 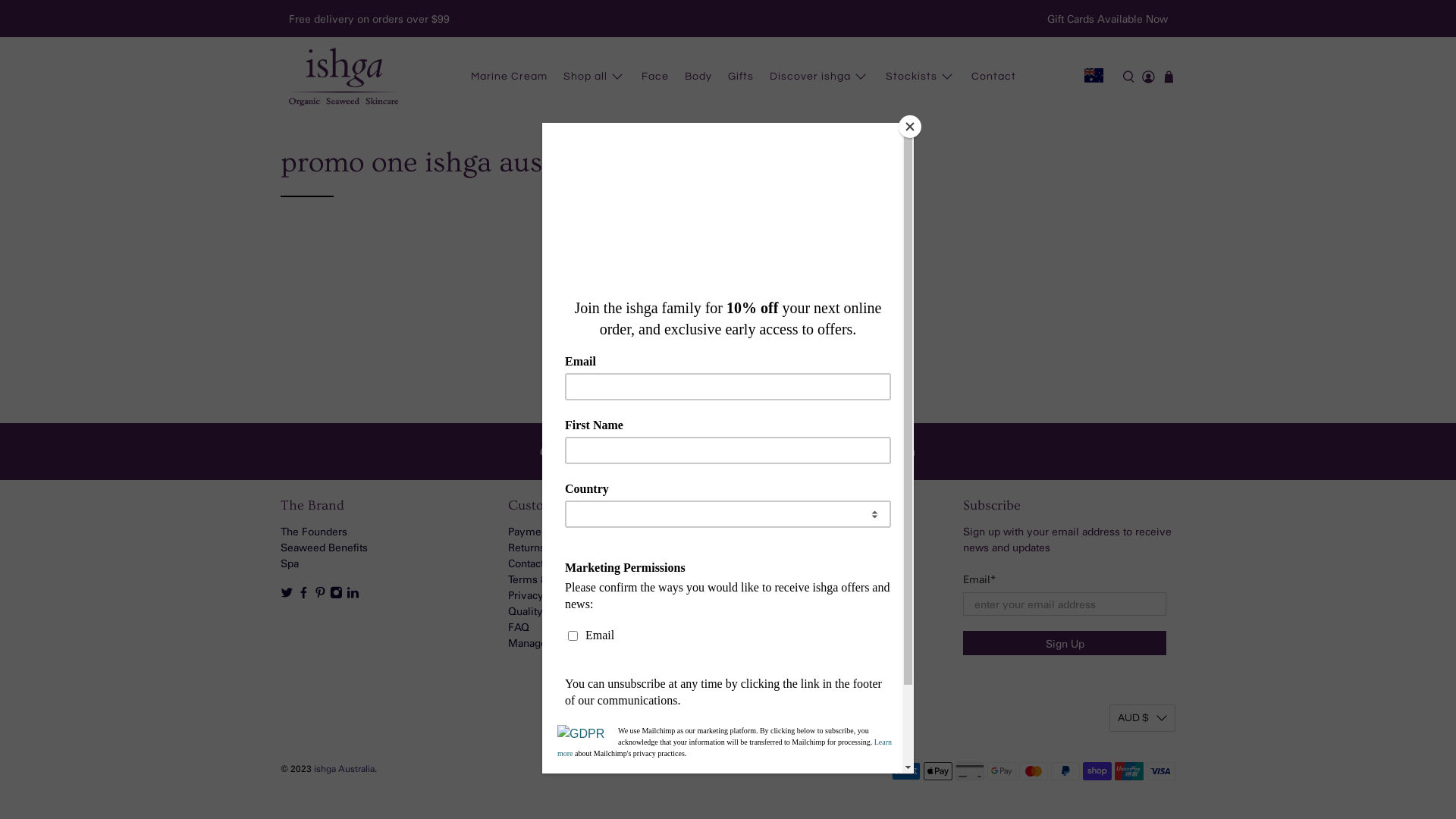 What do you see at coordinates (290, 563) in the screenshot?
I see `'Spa'` at bounding box center [290, 563].